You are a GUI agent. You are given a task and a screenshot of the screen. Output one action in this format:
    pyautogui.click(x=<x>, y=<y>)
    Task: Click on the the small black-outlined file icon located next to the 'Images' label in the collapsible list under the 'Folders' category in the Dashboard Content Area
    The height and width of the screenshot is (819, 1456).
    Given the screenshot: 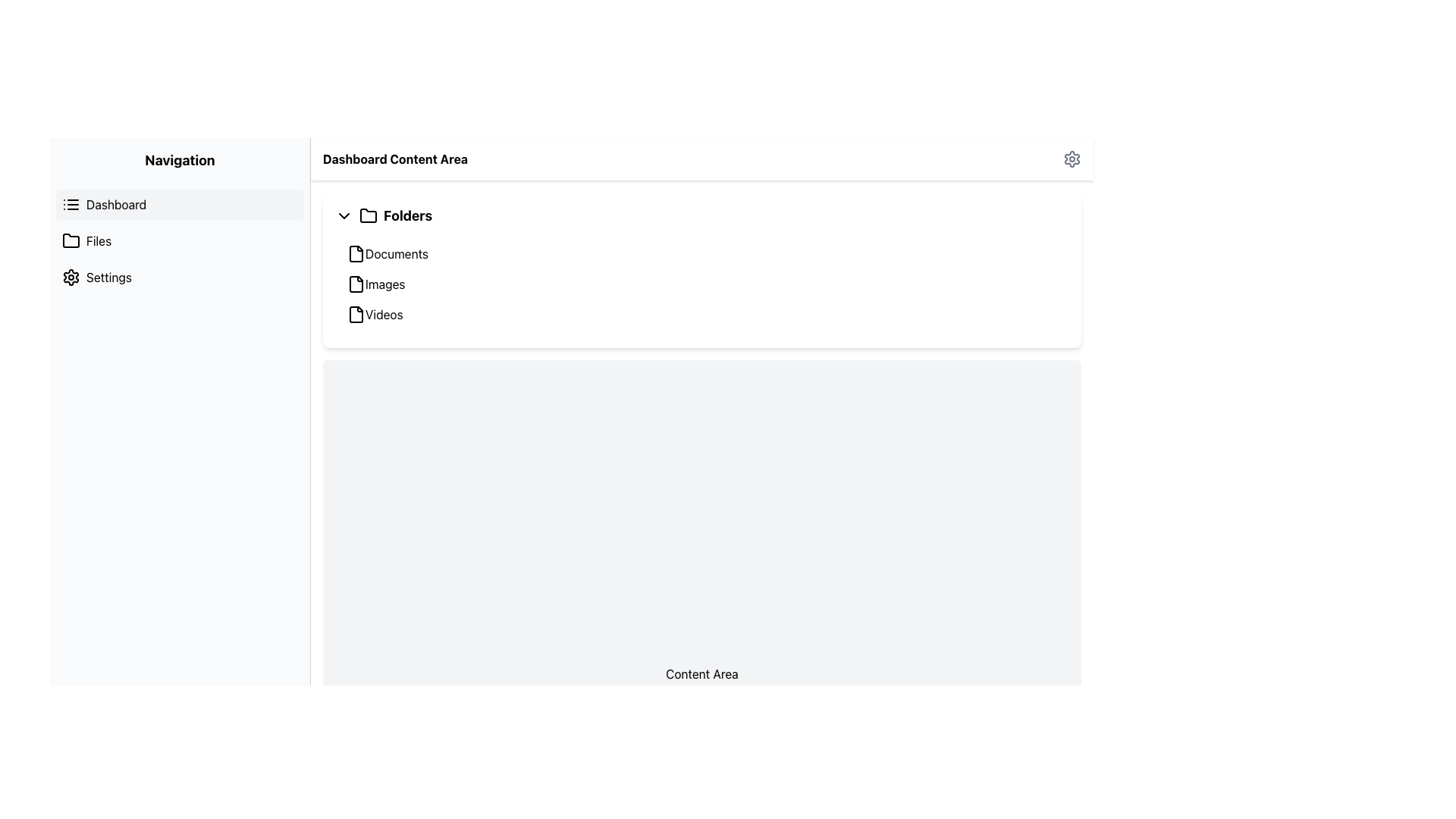 What is the action you would take?
    pyautogui.click(x=356, y=284)
    